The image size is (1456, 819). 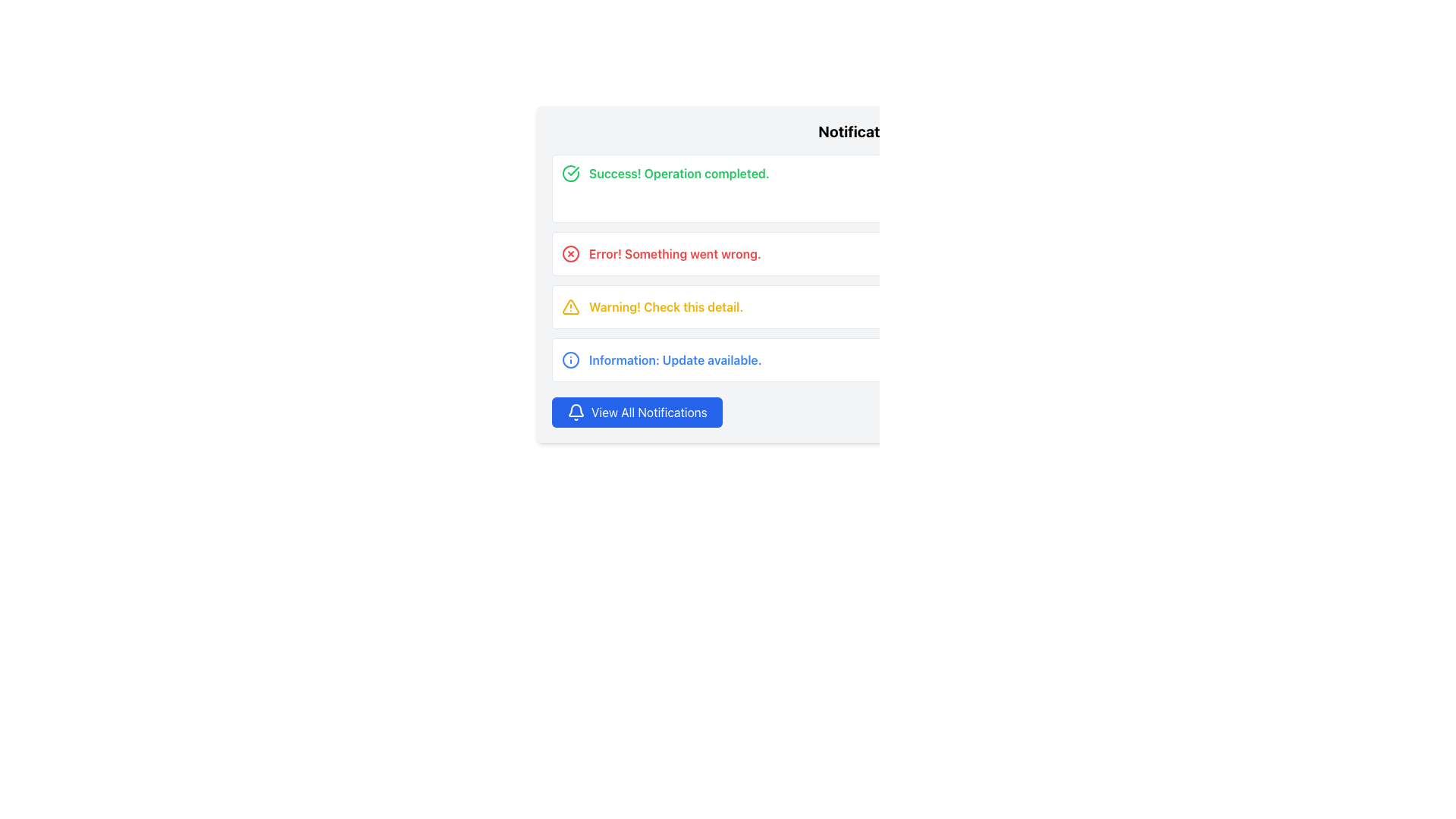 What do you see at coordinates (575, 412) in the screenshot?
I see `the bell icon, which is a white icon on a blue circular background, located to the left of the 'View All Notifications' label in the notification panel` at bounding box center [575, 412].